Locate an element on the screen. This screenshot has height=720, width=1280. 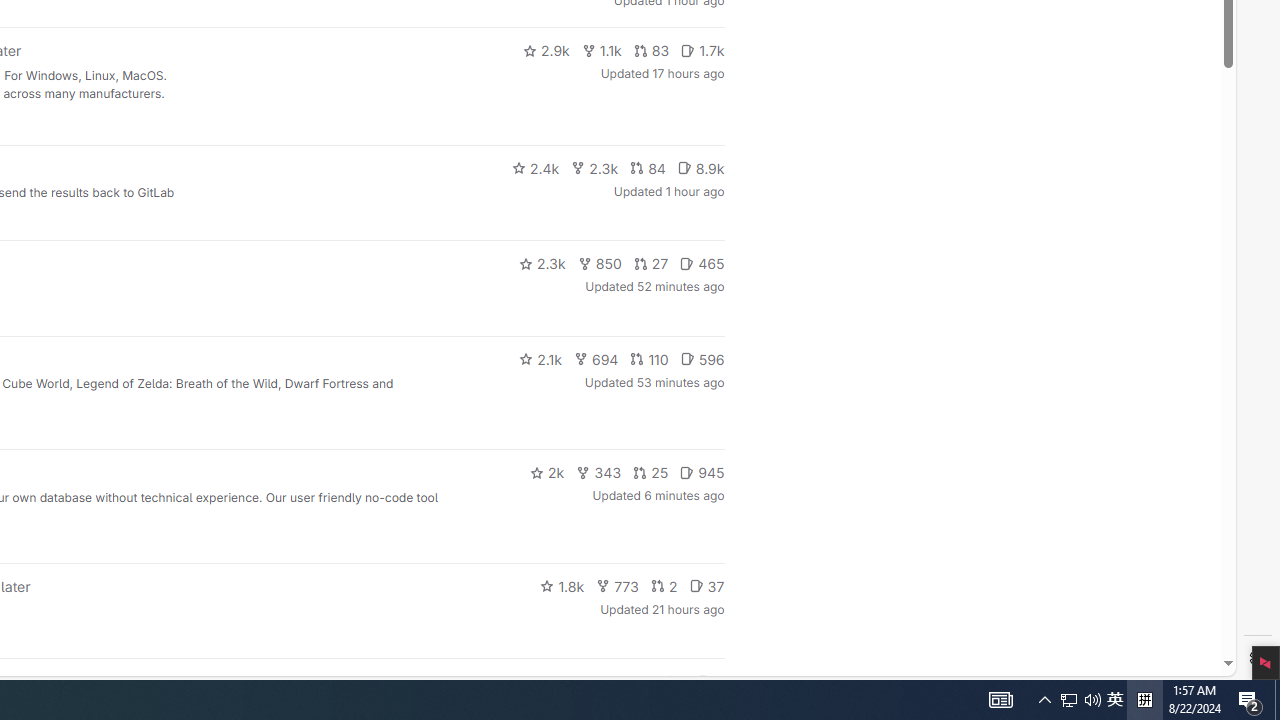
'773' is located at coordinates (617, 585).